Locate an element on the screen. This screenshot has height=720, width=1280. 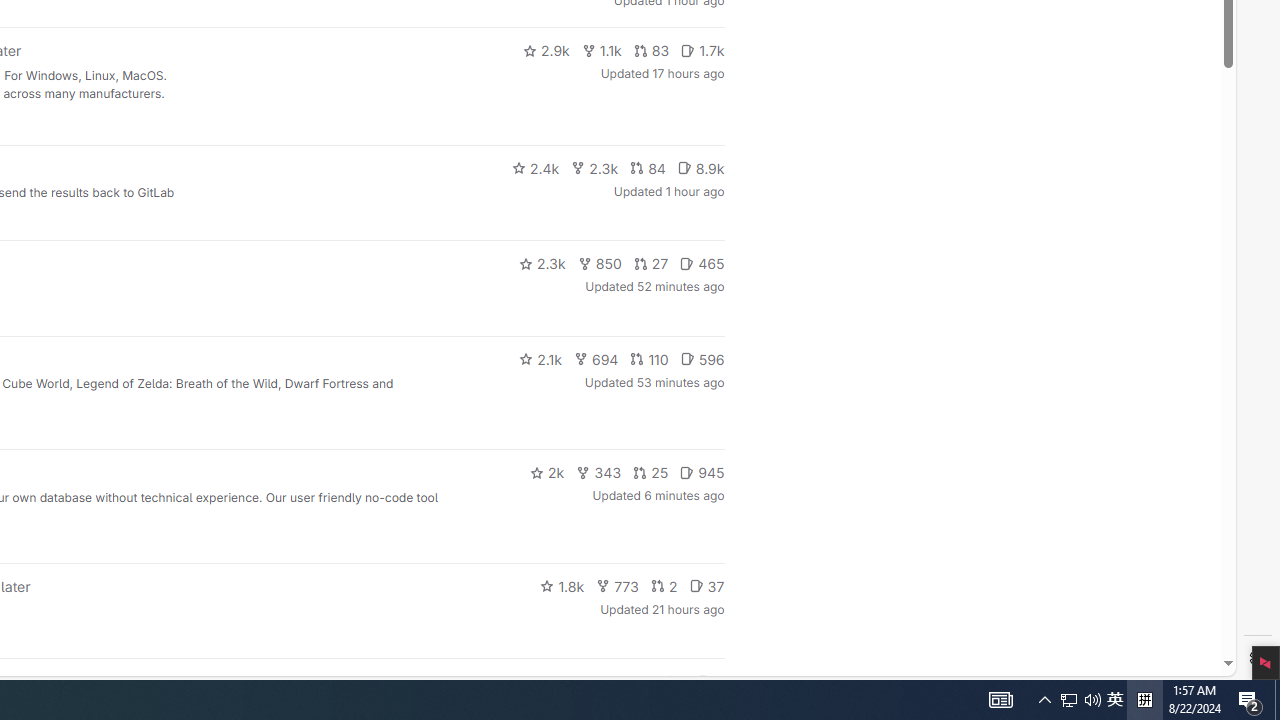
'773' is located at coordinates (617, 585).